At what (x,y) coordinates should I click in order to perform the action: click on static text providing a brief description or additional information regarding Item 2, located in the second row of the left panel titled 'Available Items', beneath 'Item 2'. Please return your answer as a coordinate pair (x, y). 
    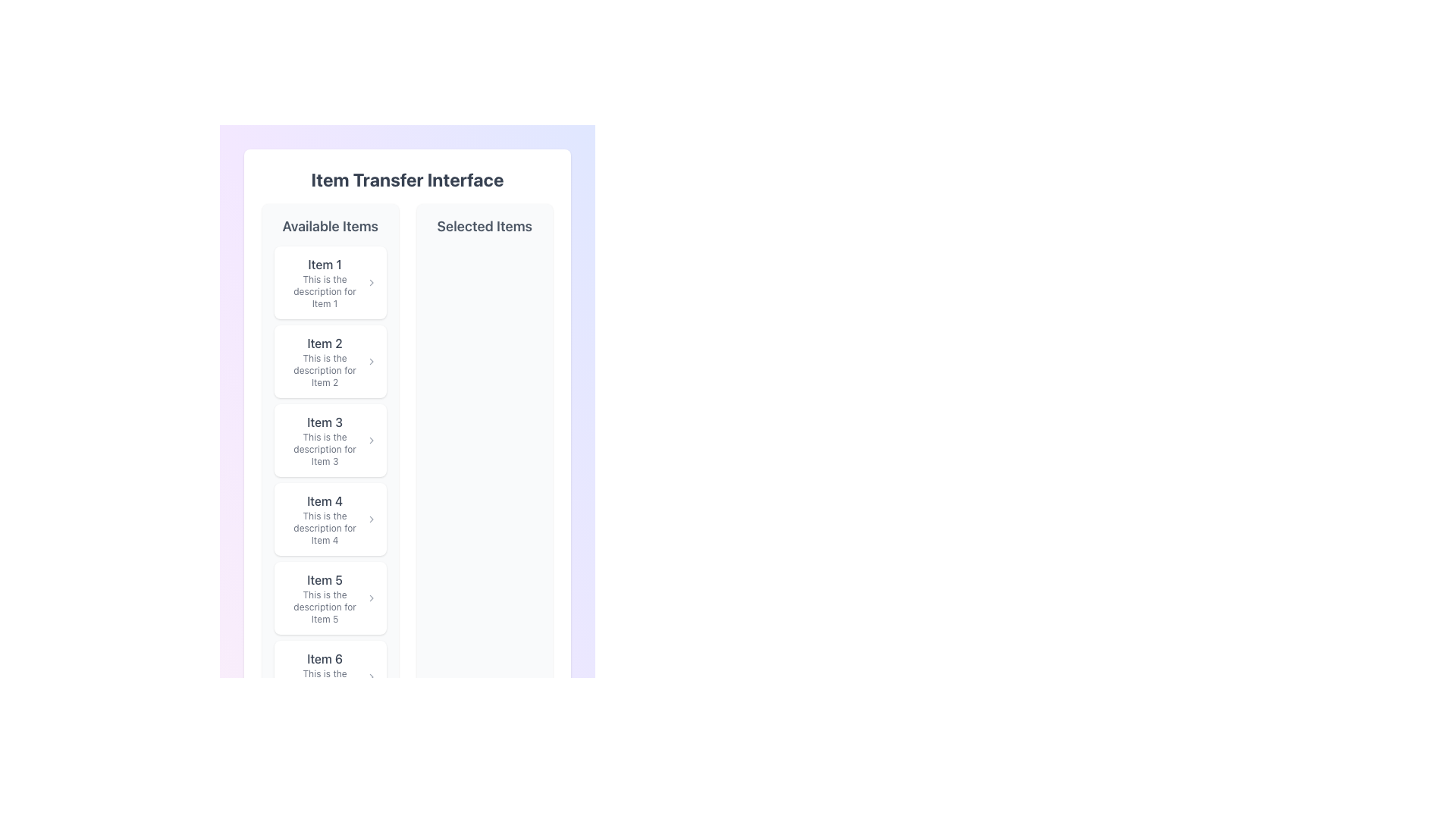
    Looking at the image, I should click on (324, 371).